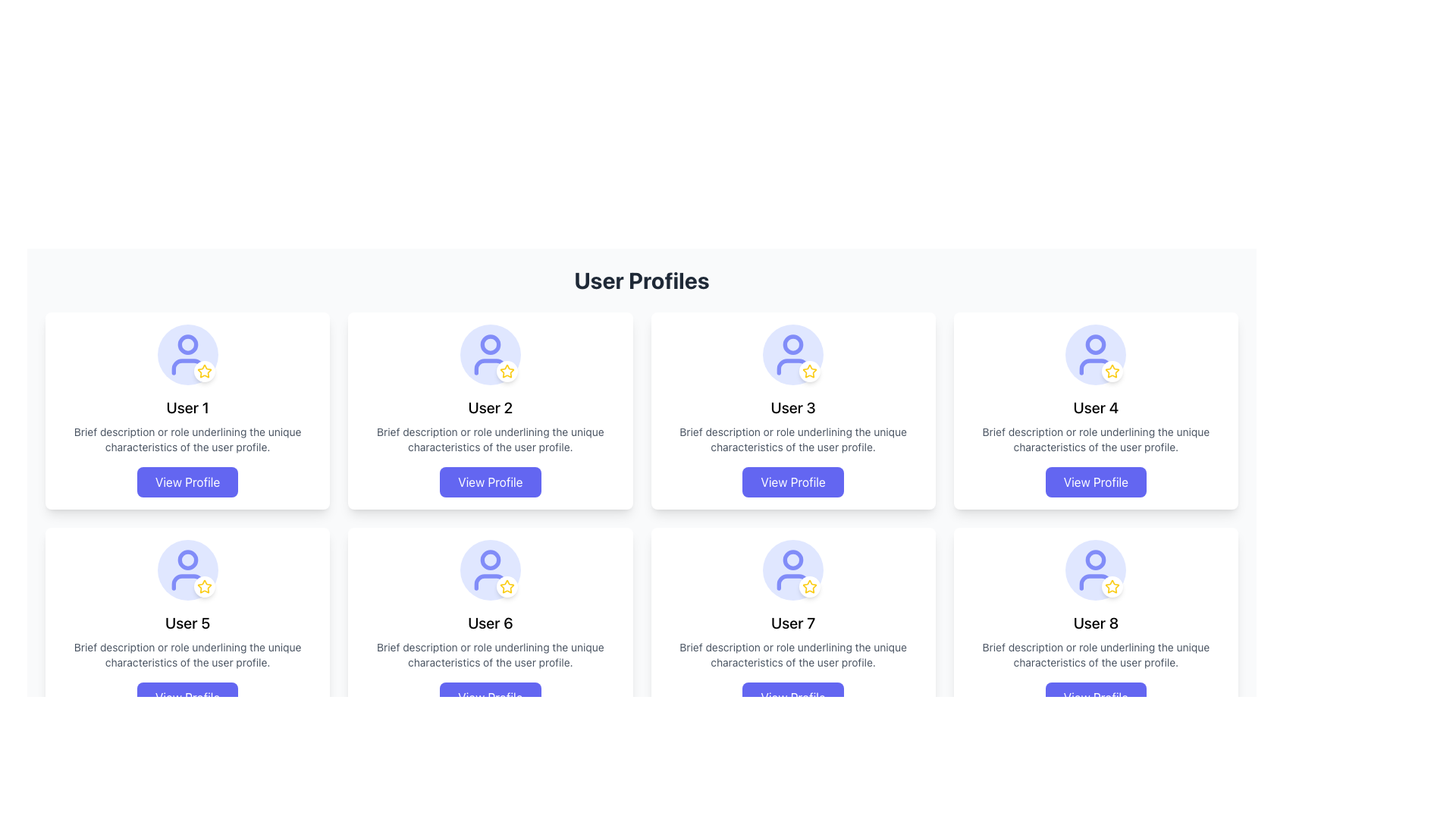  What do you see at coordinates (507, 371) in the screenshot?
I see `the yellow star icon with a white hollow center located in the 'User 2' profile card, positioned near the avatar image` at bounding box center [507, 371].